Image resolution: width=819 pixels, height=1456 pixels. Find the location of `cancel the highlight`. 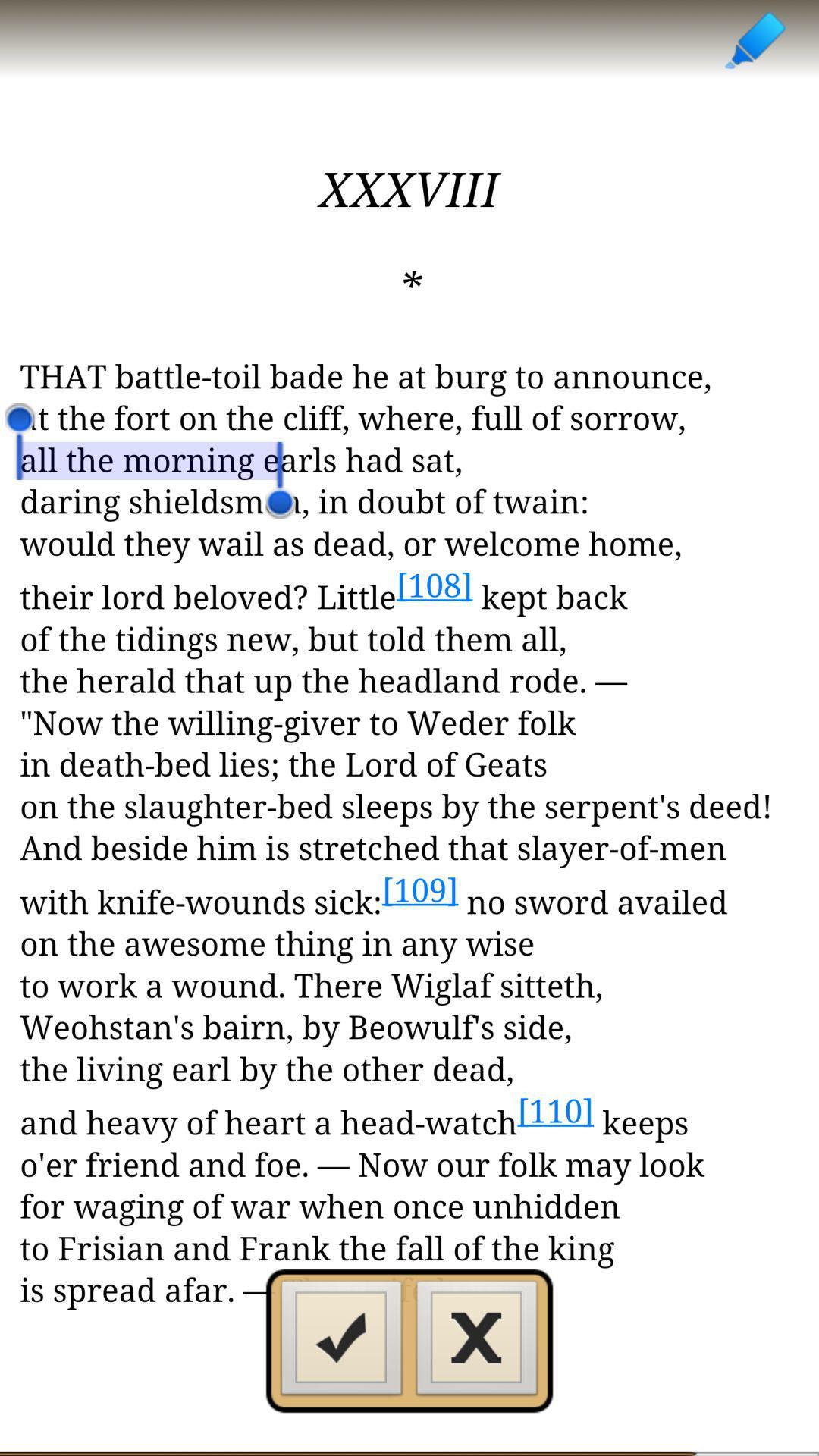

cancel the highlight is located at coordinates (476, 1342).